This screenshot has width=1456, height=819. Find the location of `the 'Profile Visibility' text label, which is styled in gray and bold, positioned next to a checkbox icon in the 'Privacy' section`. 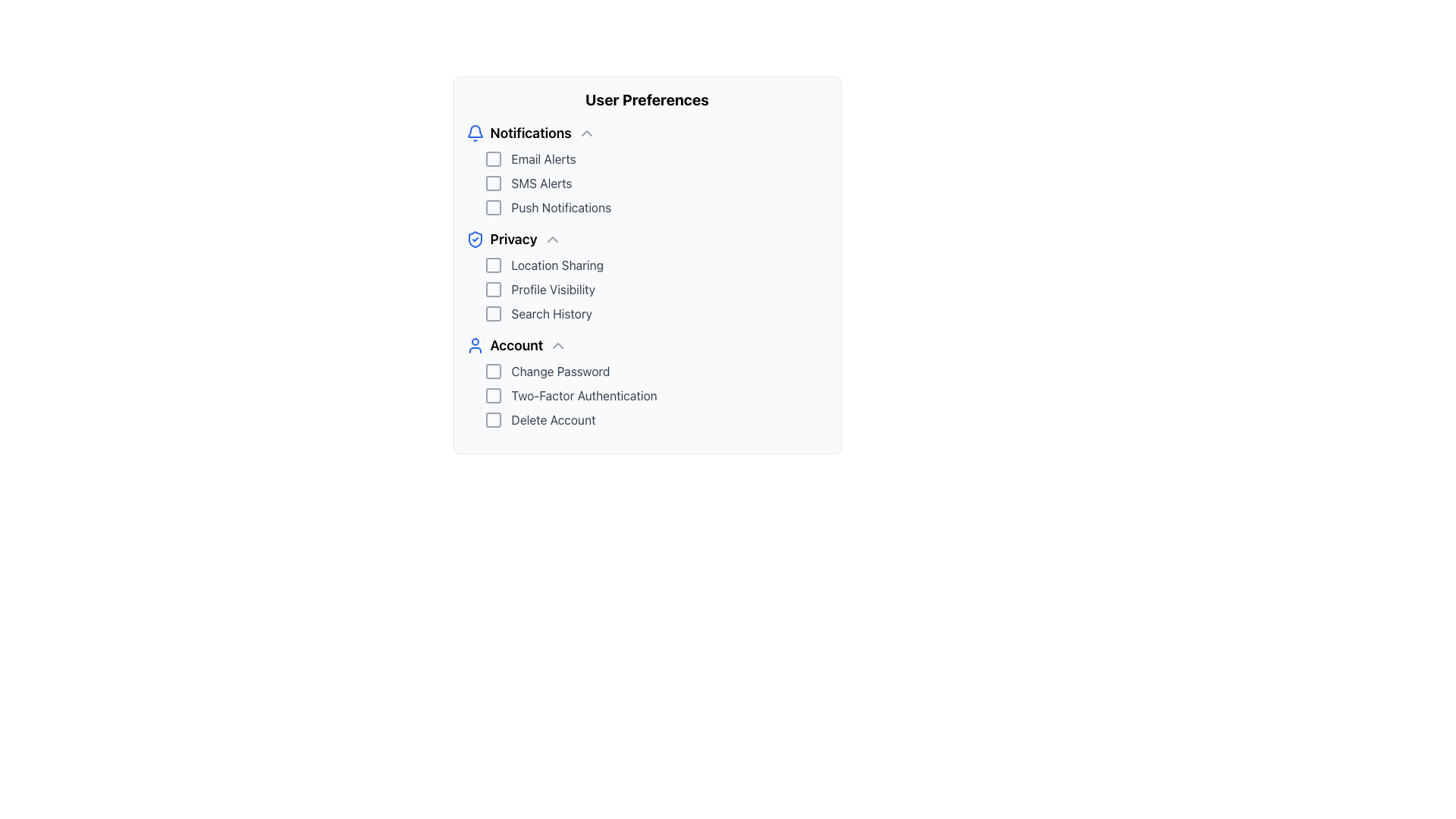

the 'Profile Visibility' text label, which is styled in gray and bold, positioned next to a checkbox icon in the 'Privacy' section is located at coordinates (552, 289).